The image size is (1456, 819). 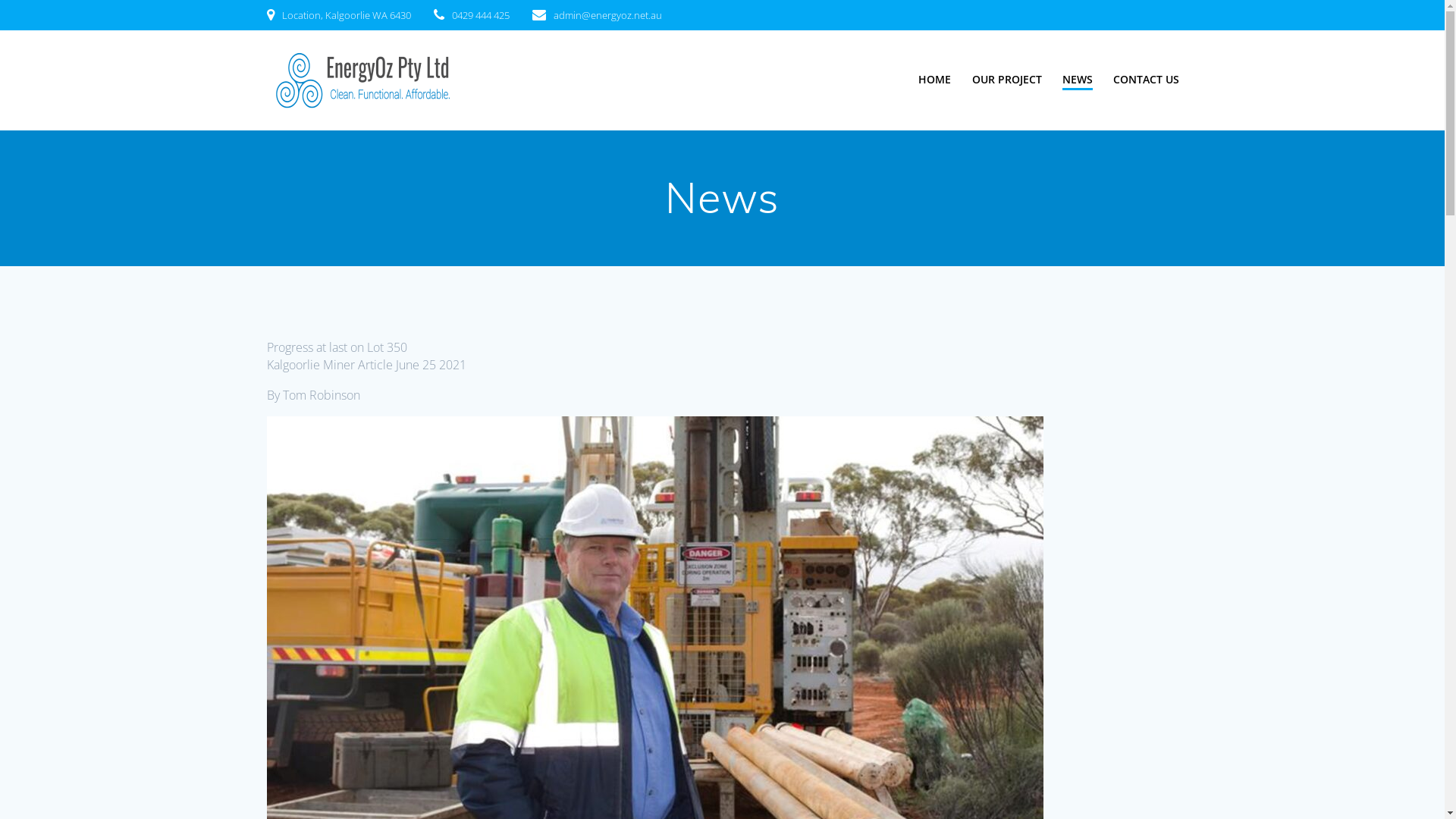 What do you see at coordinates (934, 79) in the screenshot?
I see `'HOME'` at bounding box center [934, 79].